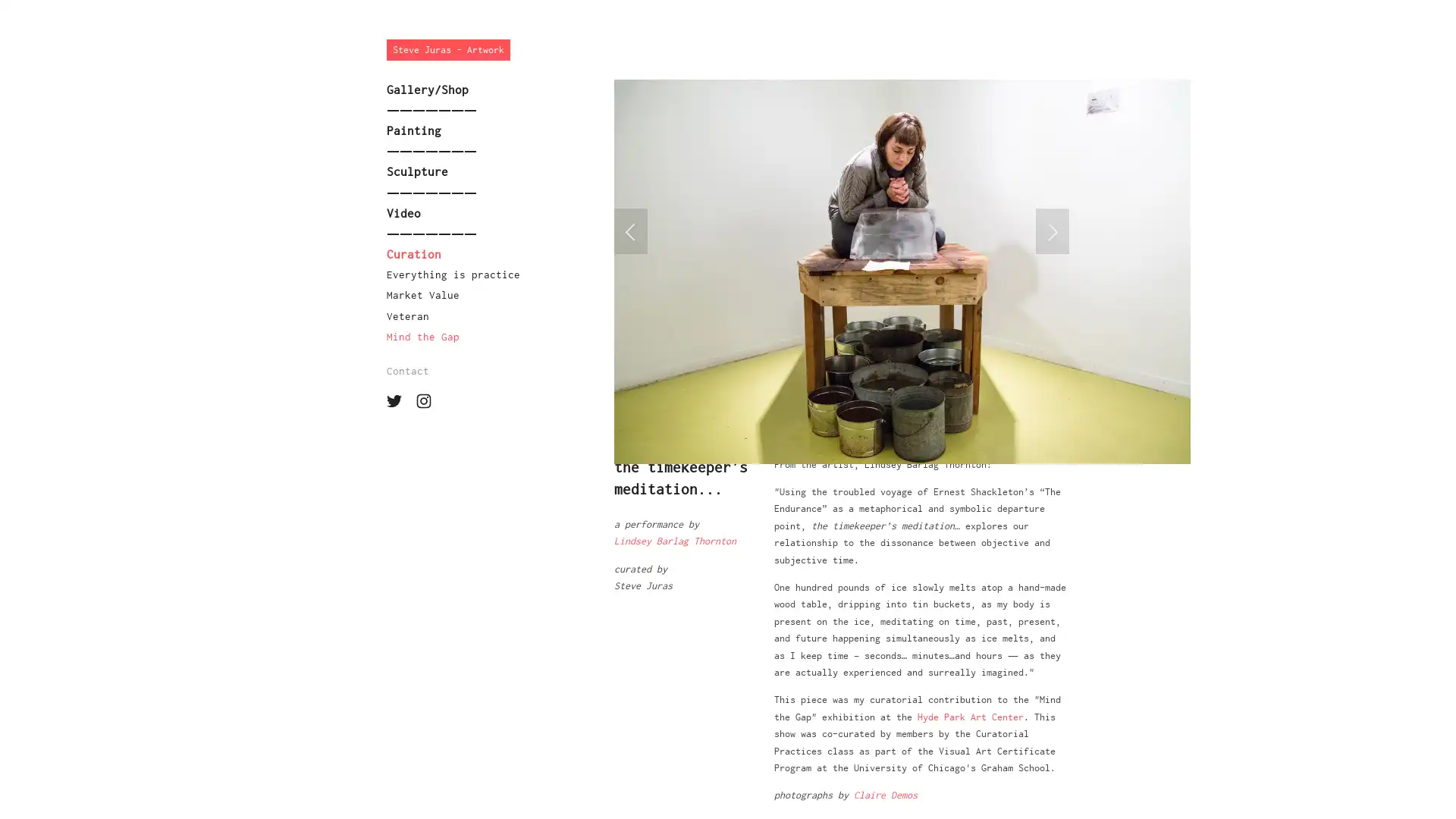  I want to click on Previous Slide, so click(630, 250).